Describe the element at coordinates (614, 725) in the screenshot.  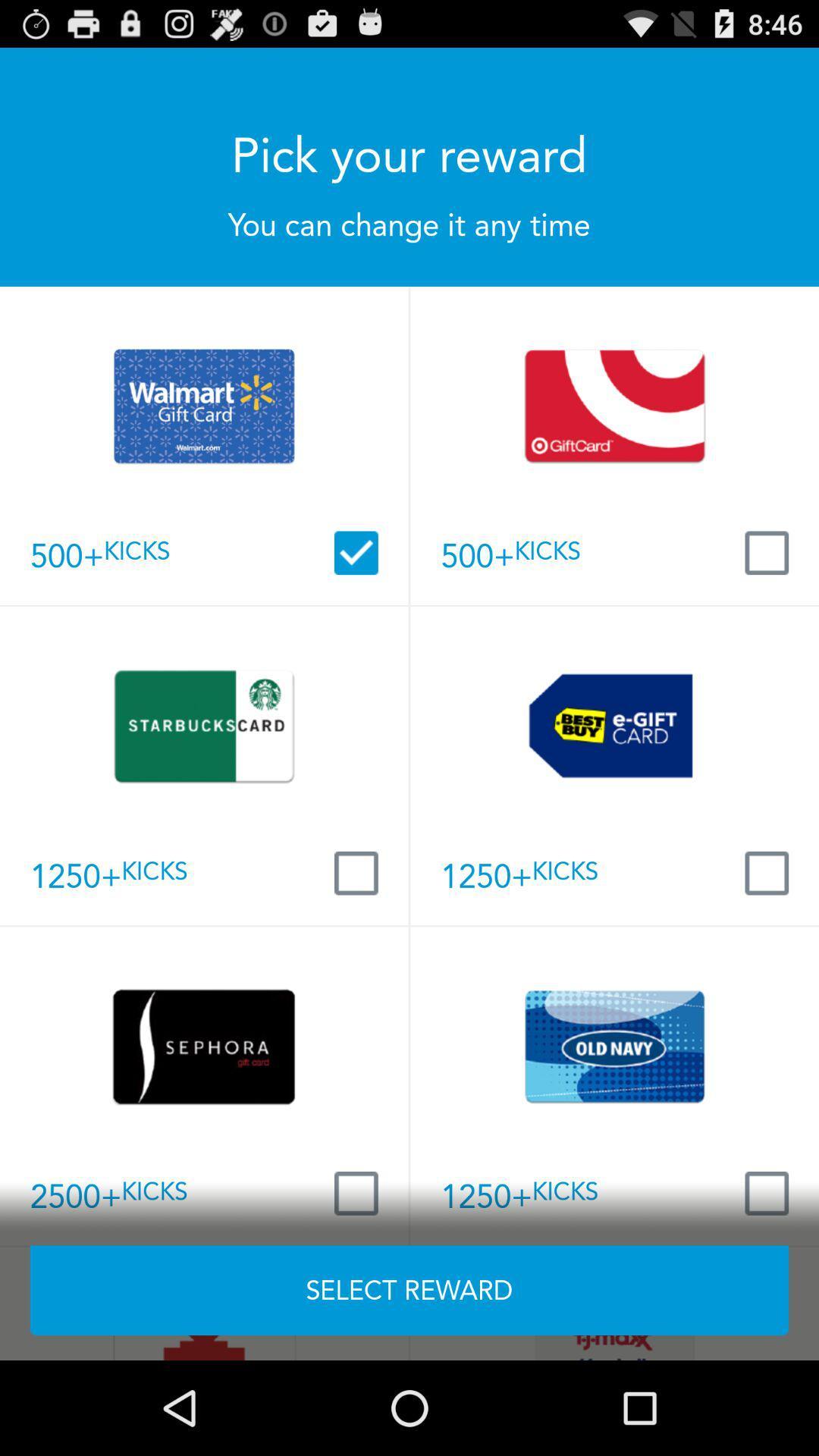
I see `the second image which is after starbucks card` at that location.